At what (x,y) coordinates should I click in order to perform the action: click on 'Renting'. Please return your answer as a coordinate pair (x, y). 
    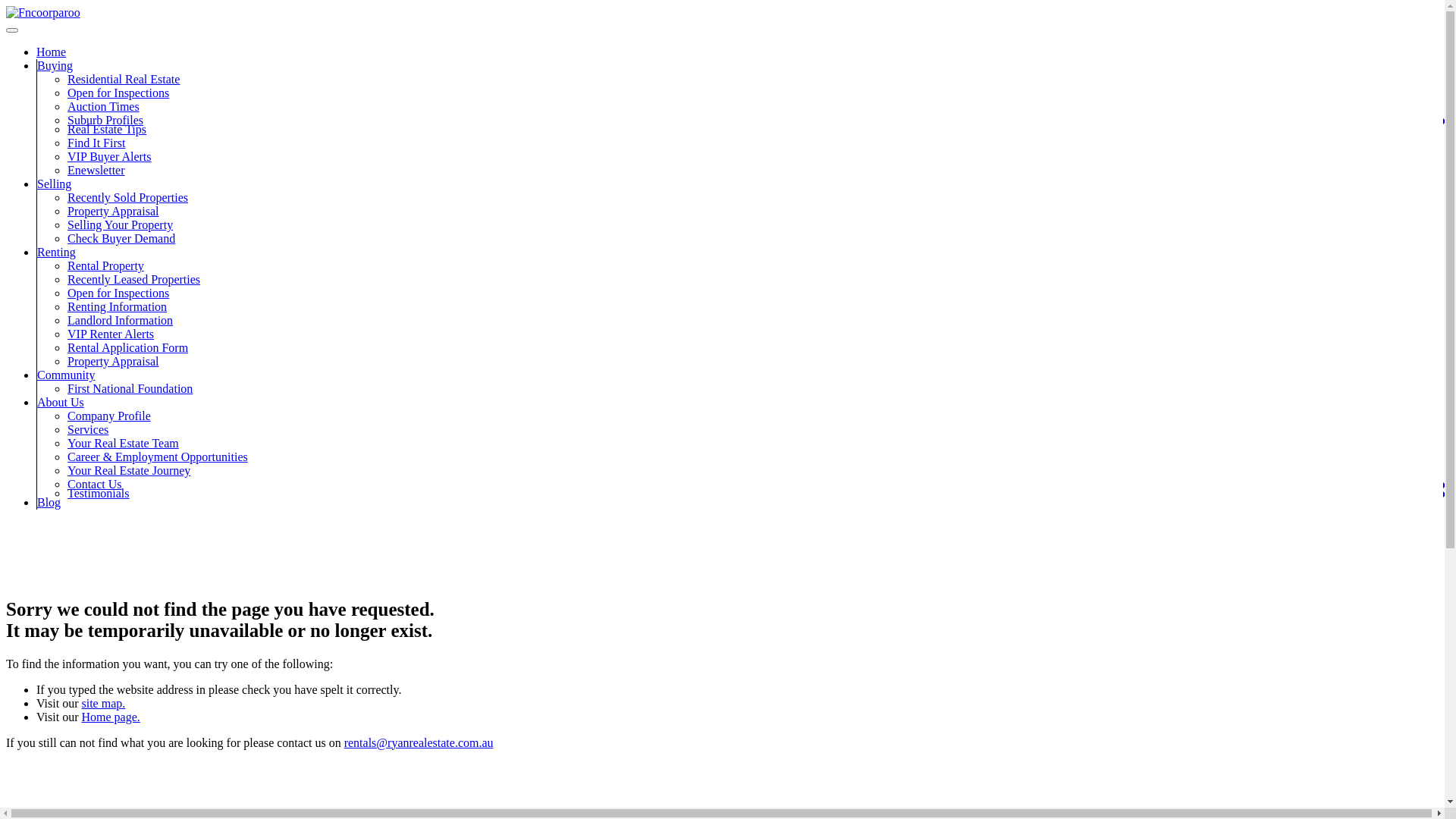
    Looking at the image, I should click on (56, 251).